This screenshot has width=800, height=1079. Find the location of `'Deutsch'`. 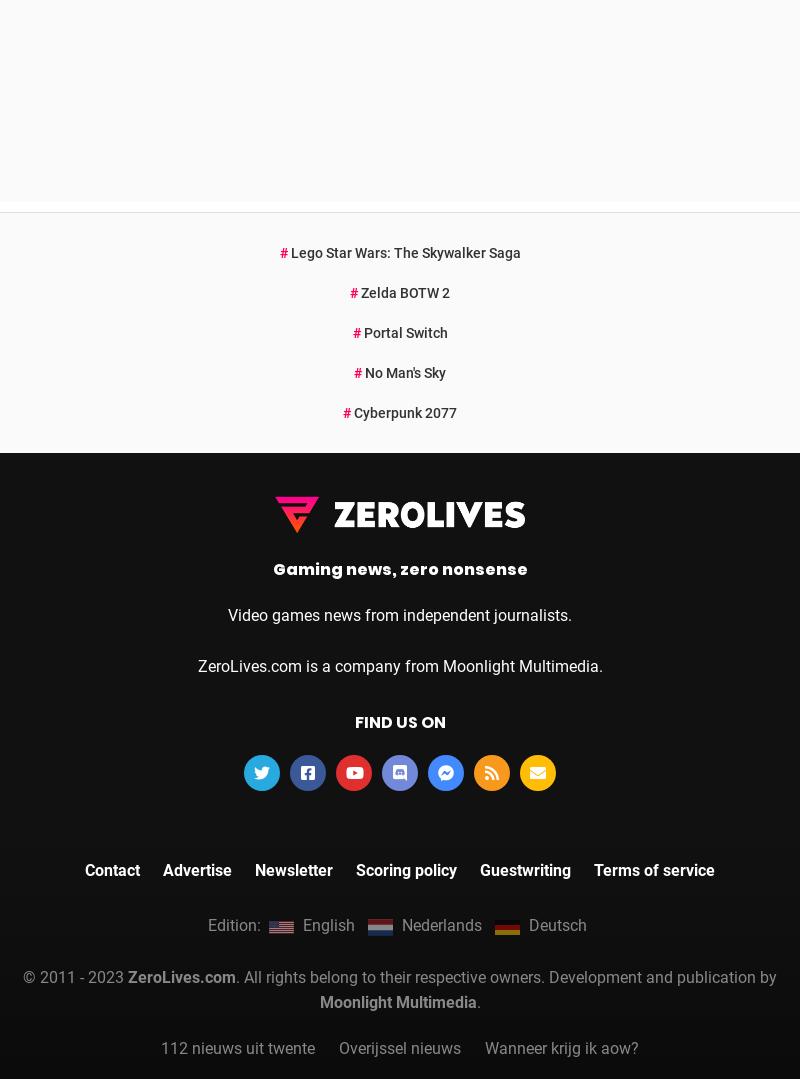

'Deutsch' is located at coordinates (558, 644).